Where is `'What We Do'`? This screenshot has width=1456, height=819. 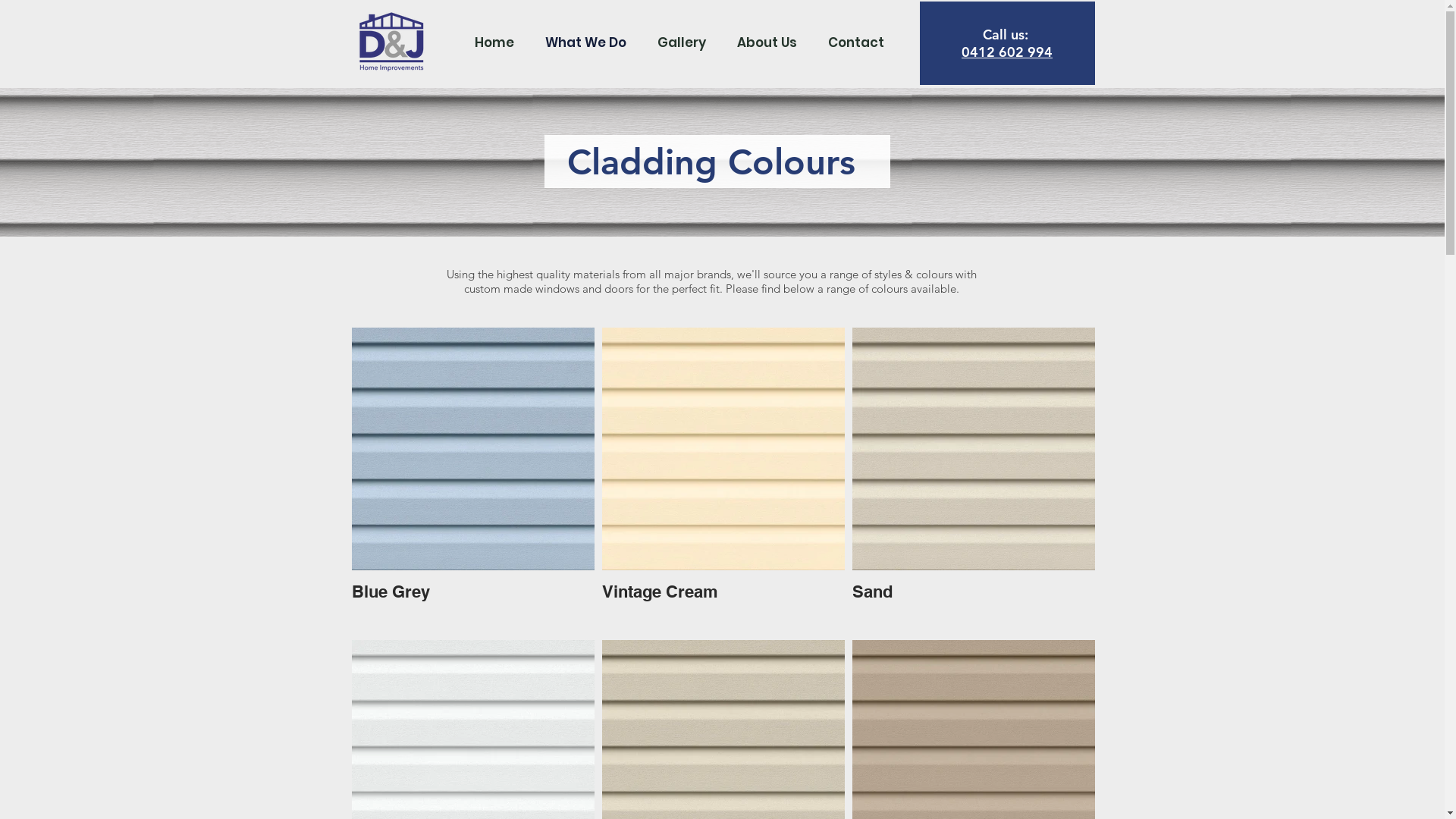
'What We Do' is located at coordinates (585, 42).